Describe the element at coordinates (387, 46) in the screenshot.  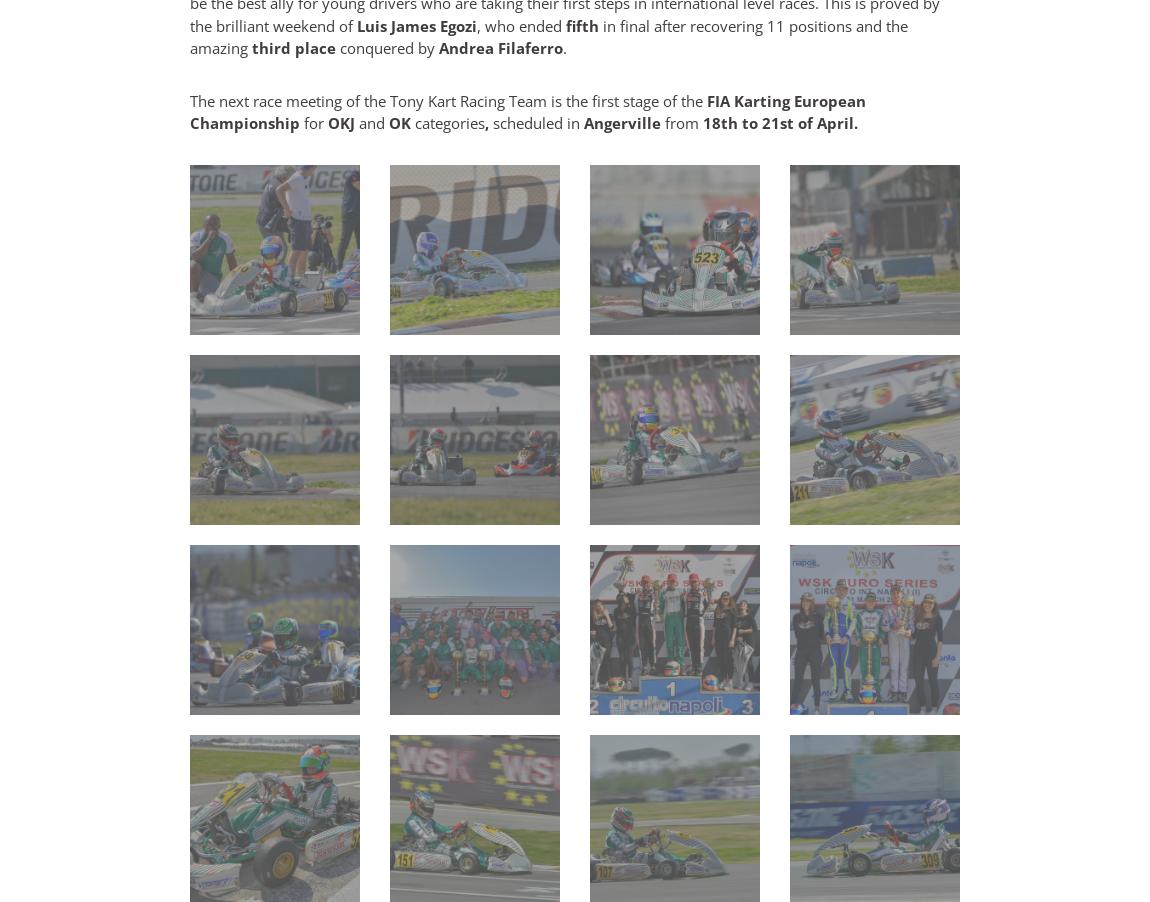
I see `'conquered by'` at that location.